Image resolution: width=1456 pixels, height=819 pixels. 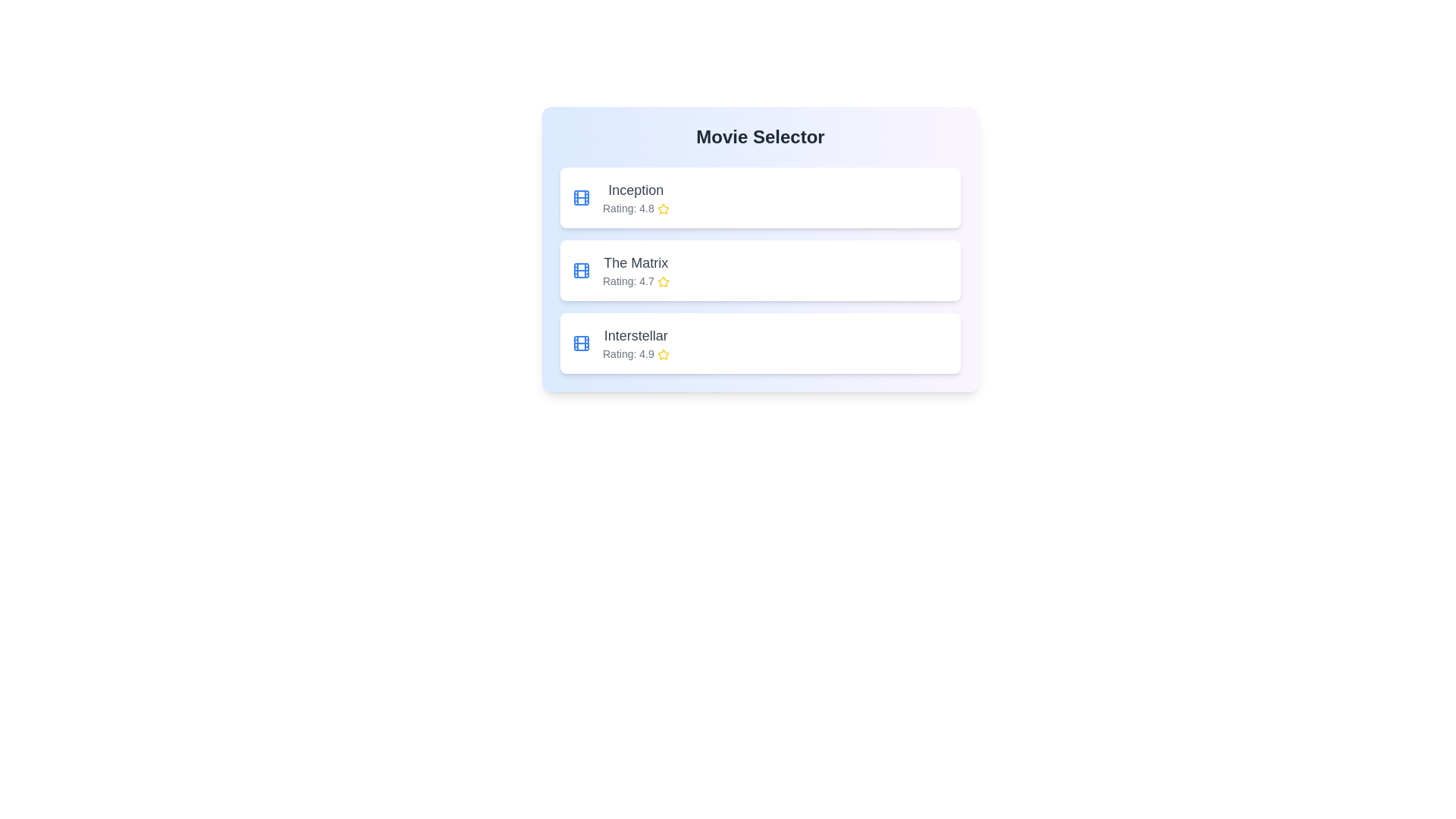 I want to click on the movie titled Inception from the list, so click(x=761, y=197).